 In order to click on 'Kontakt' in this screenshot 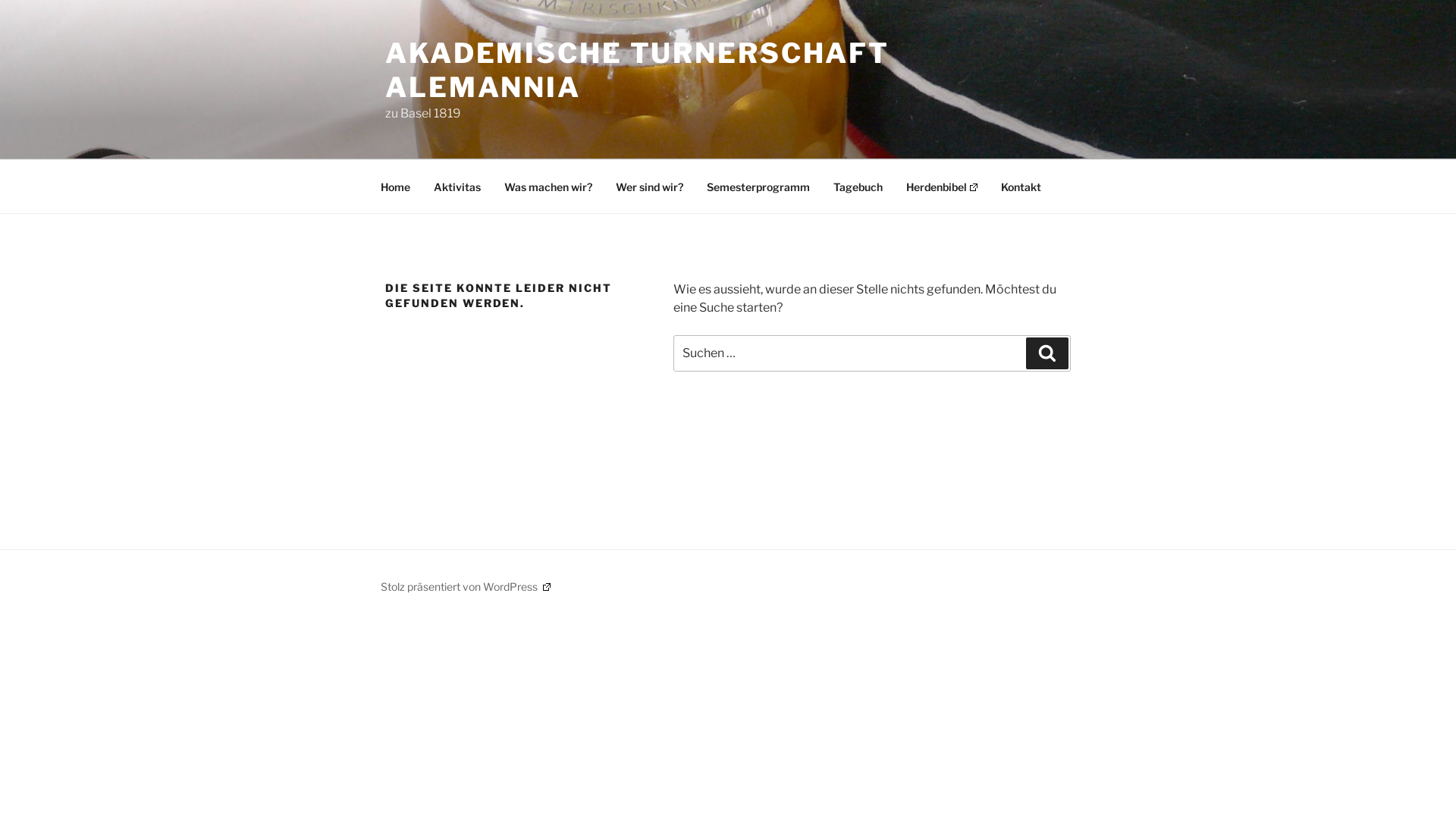, I will do `click(1021, 186)`.